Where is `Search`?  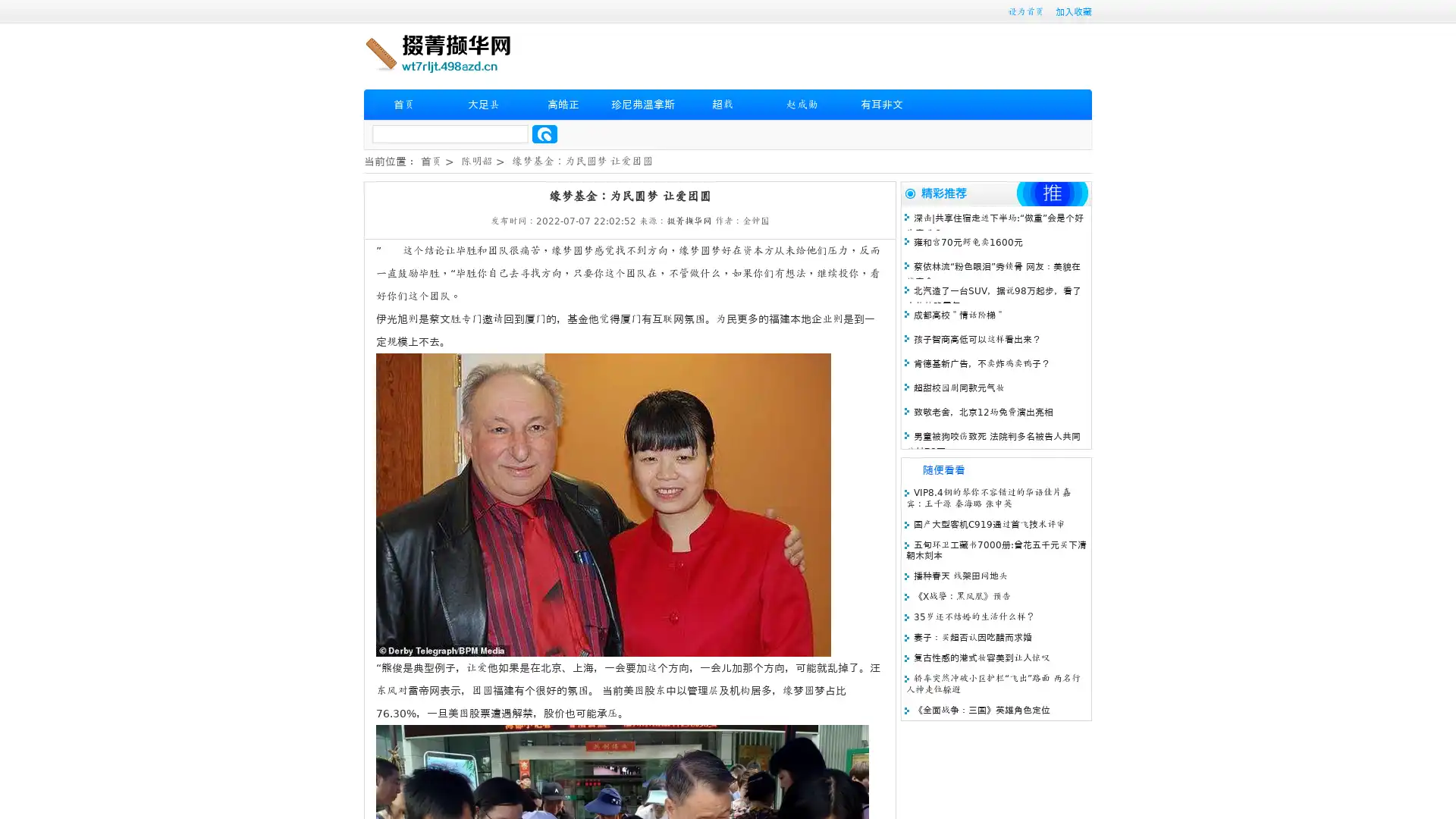 Search is located at coordinates (544, 133).